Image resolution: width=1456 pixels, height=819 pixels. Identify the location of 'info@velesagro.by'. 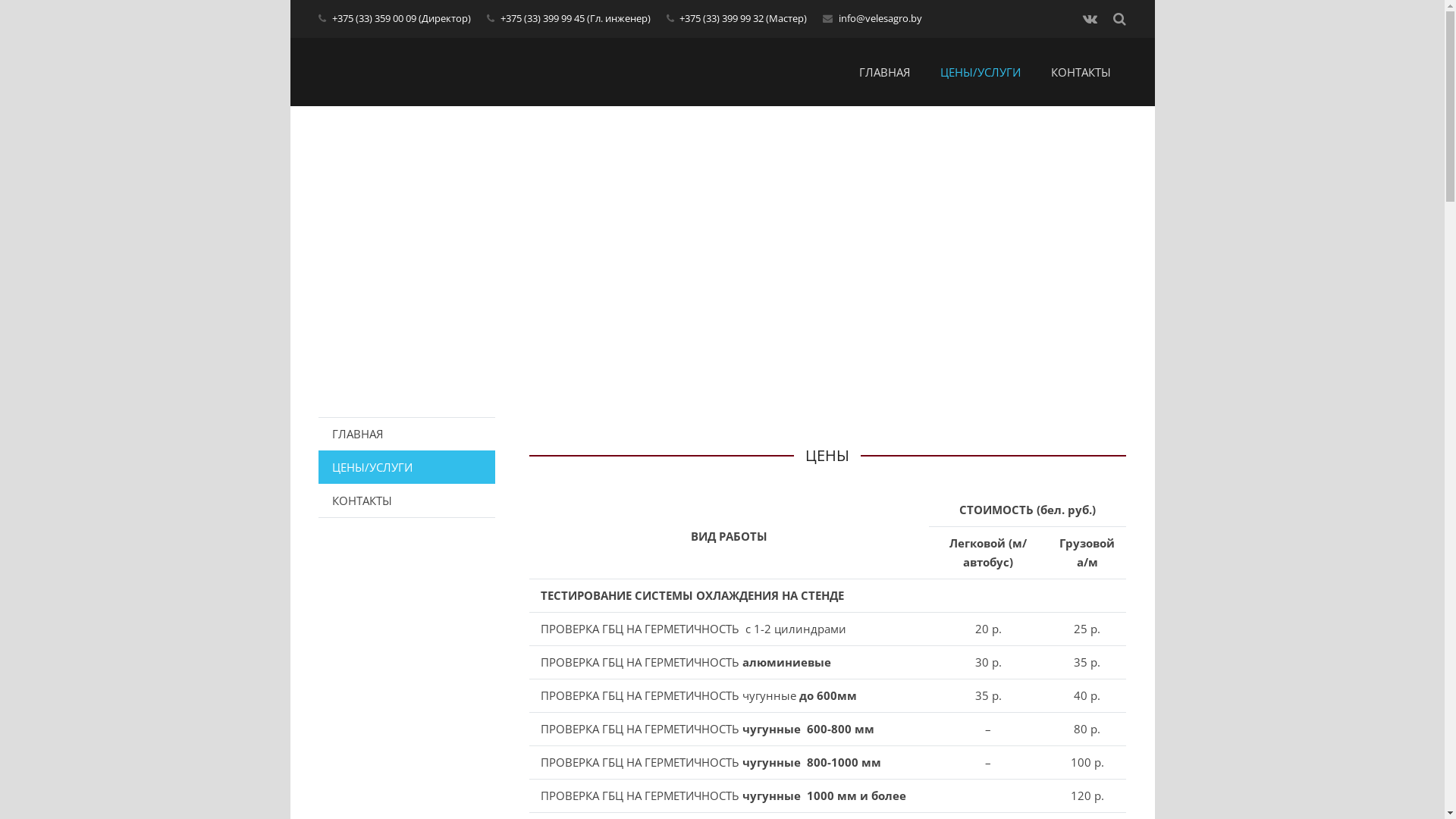
(880, 17).